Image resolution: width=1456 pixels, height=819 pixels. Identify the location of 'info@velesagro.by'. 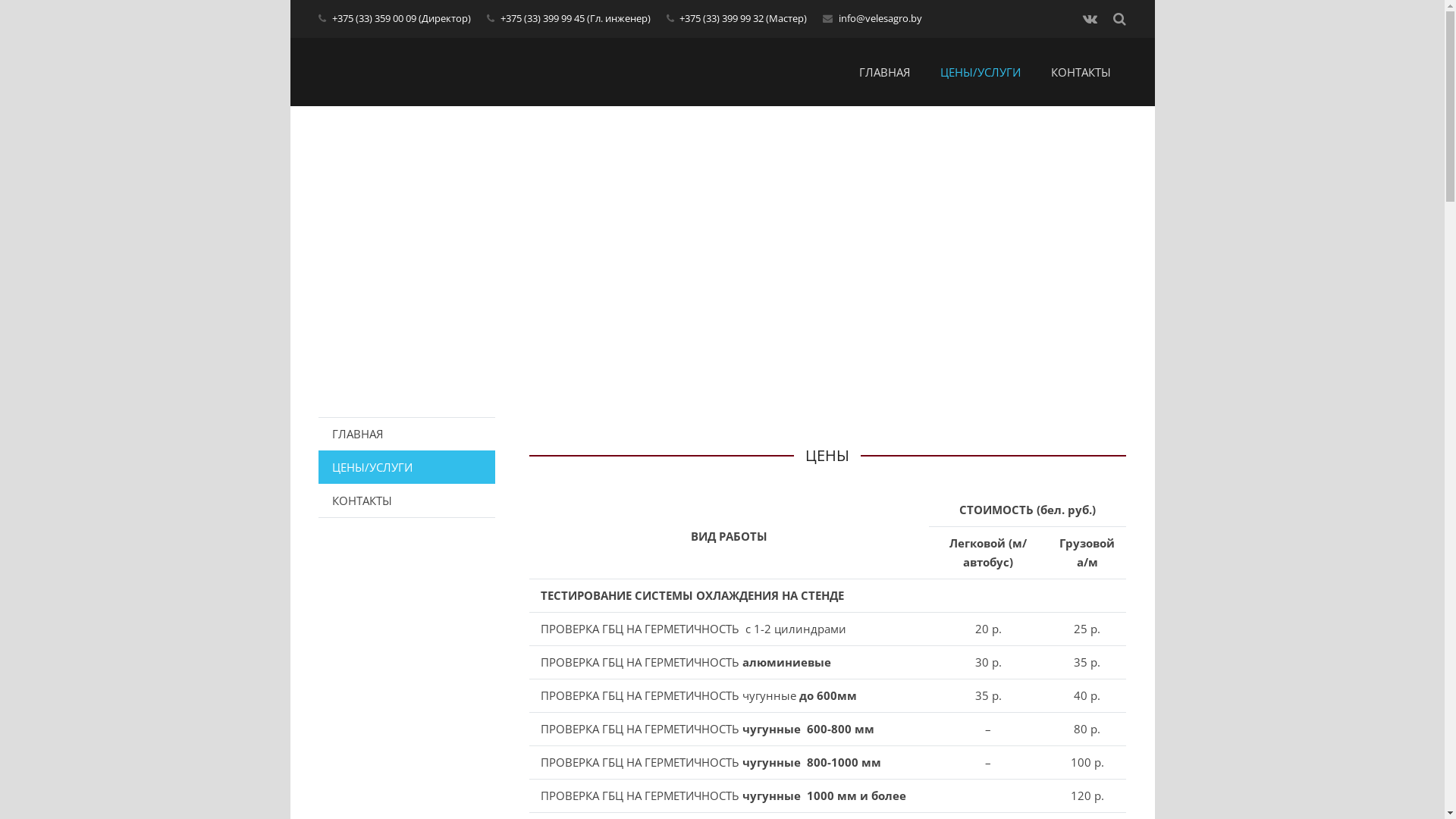
(880, 17).